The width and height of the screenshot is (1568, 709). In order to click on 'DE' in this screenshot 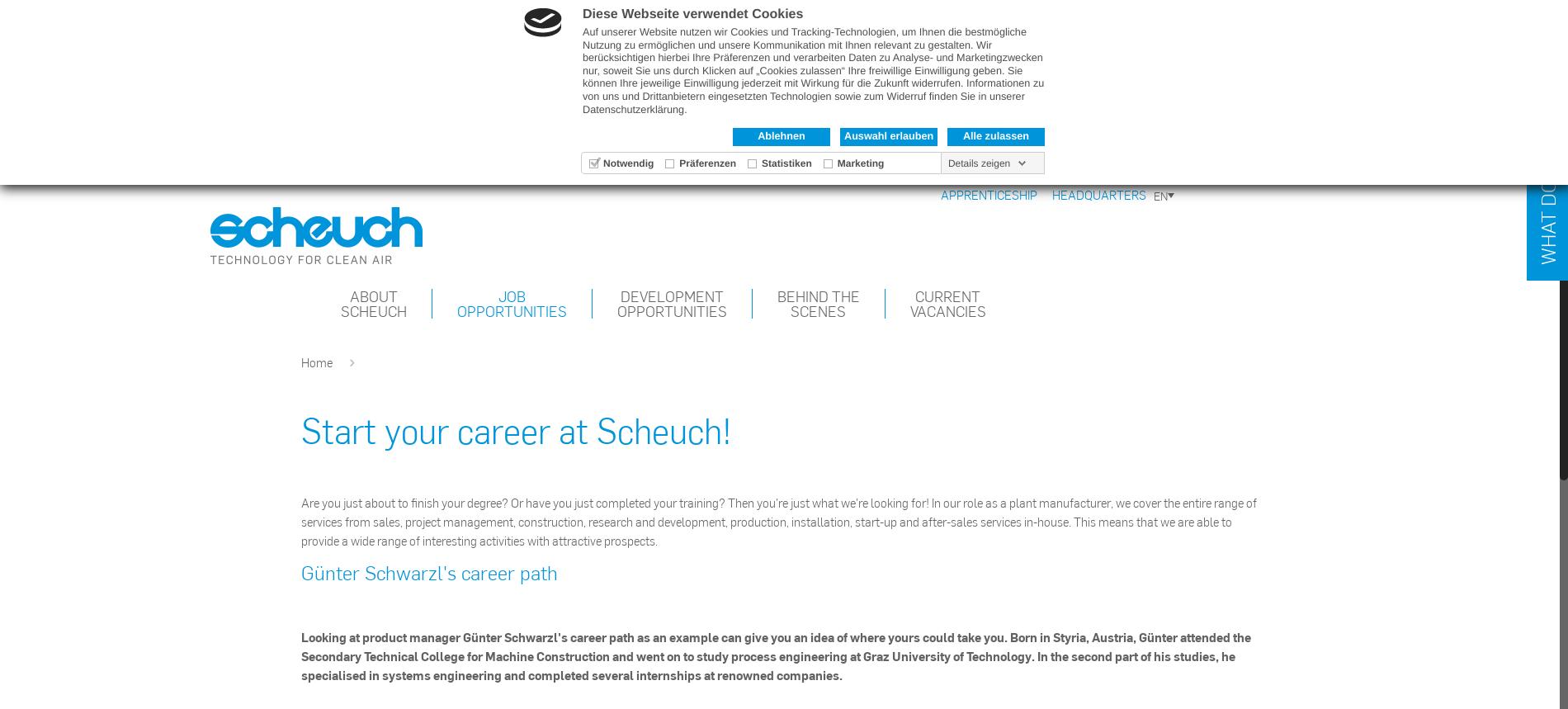, I will do `click(1159, 214)`.